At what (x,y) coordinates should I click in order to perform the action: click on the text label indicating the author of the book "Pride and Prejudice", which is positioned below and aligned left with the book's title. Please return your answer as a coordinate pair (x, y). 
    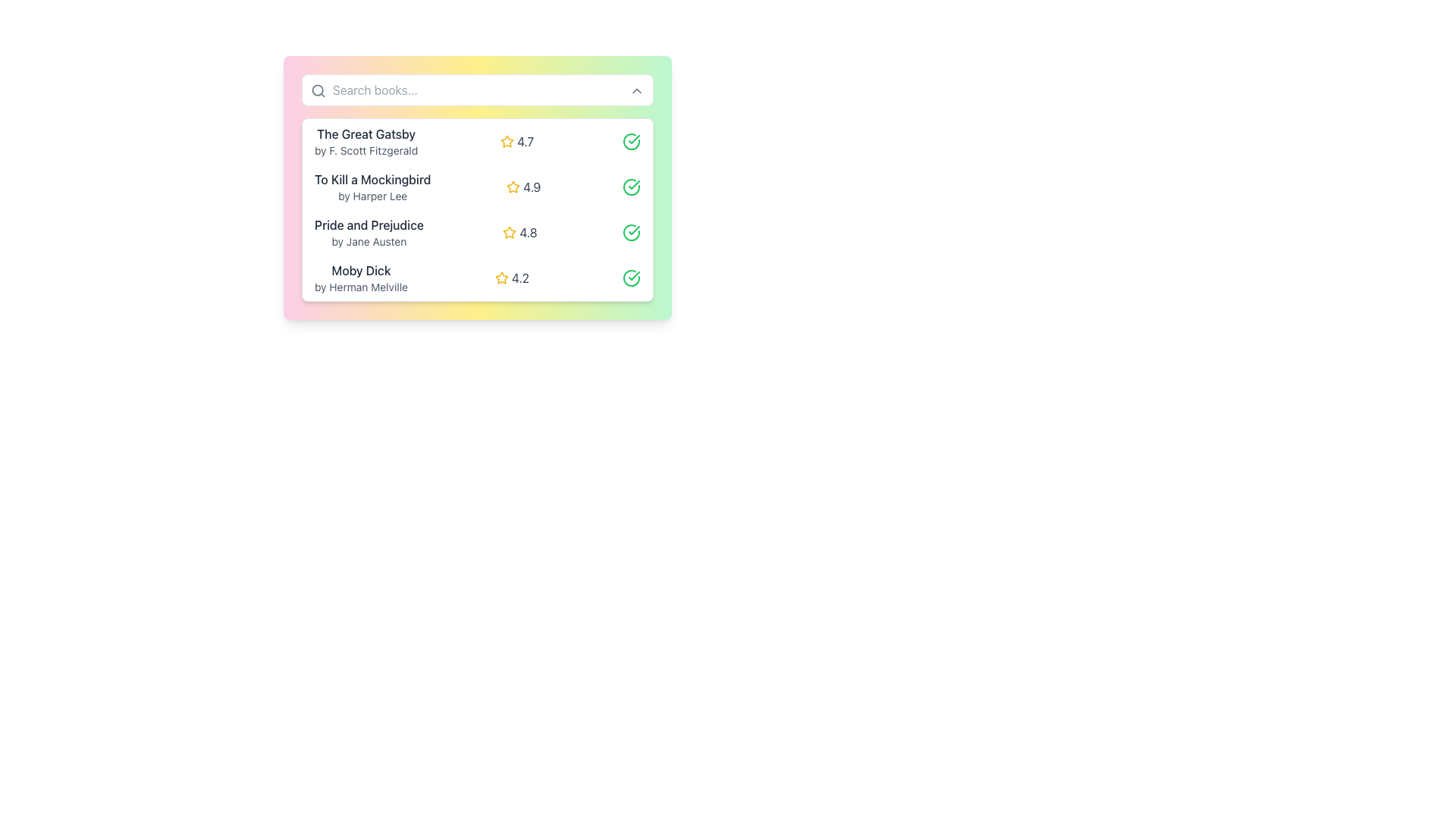
    Looking at the image, I should click on (369, 241).